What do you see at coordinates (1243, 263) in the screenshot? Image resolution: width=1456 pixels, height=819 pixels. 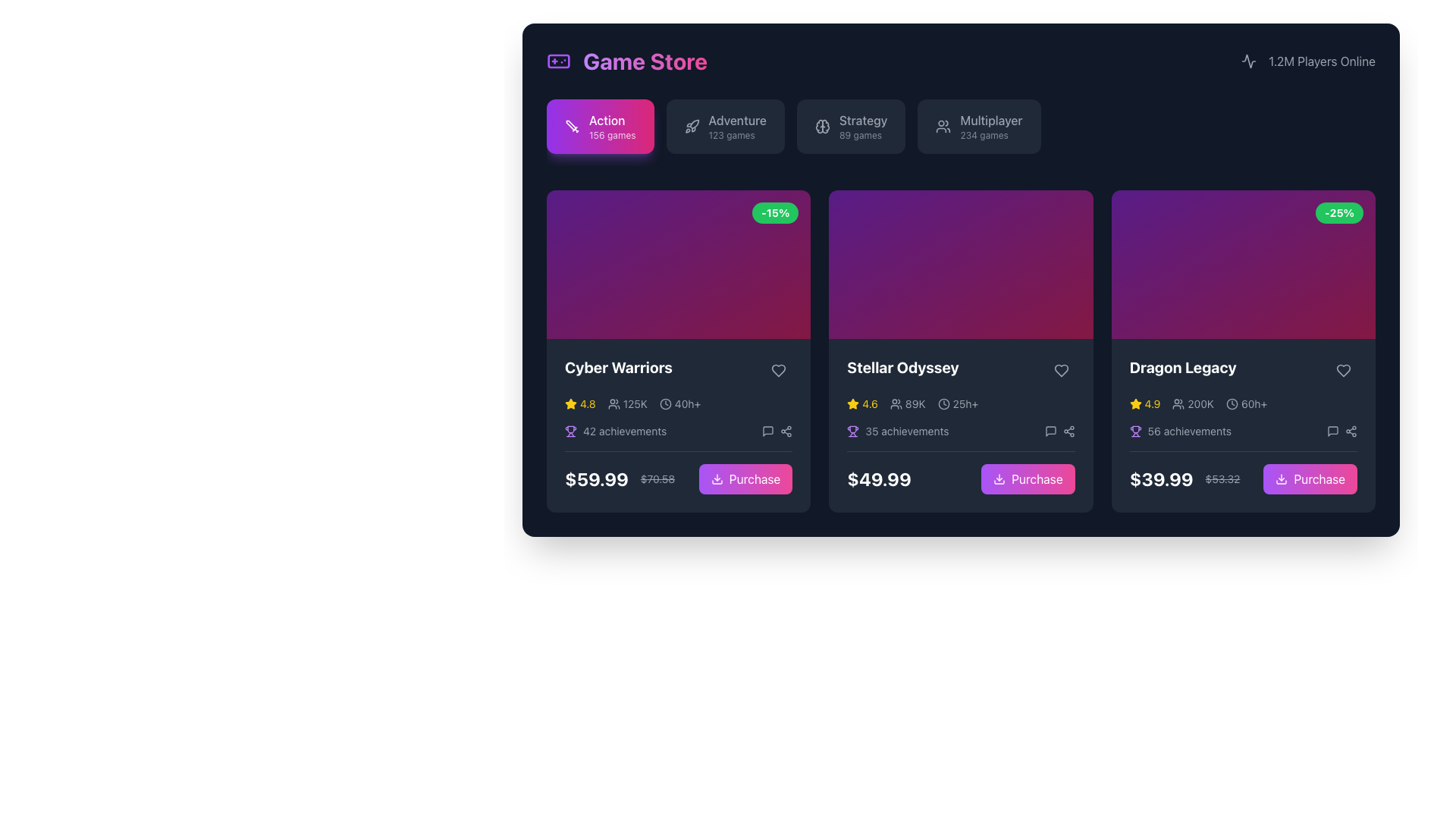 I see `the play button located in the 'Dragon Legacy' section, which is centered in the top purple area of the third card from the left, near the -25% discount tag` at bounding box center [1243, 263].